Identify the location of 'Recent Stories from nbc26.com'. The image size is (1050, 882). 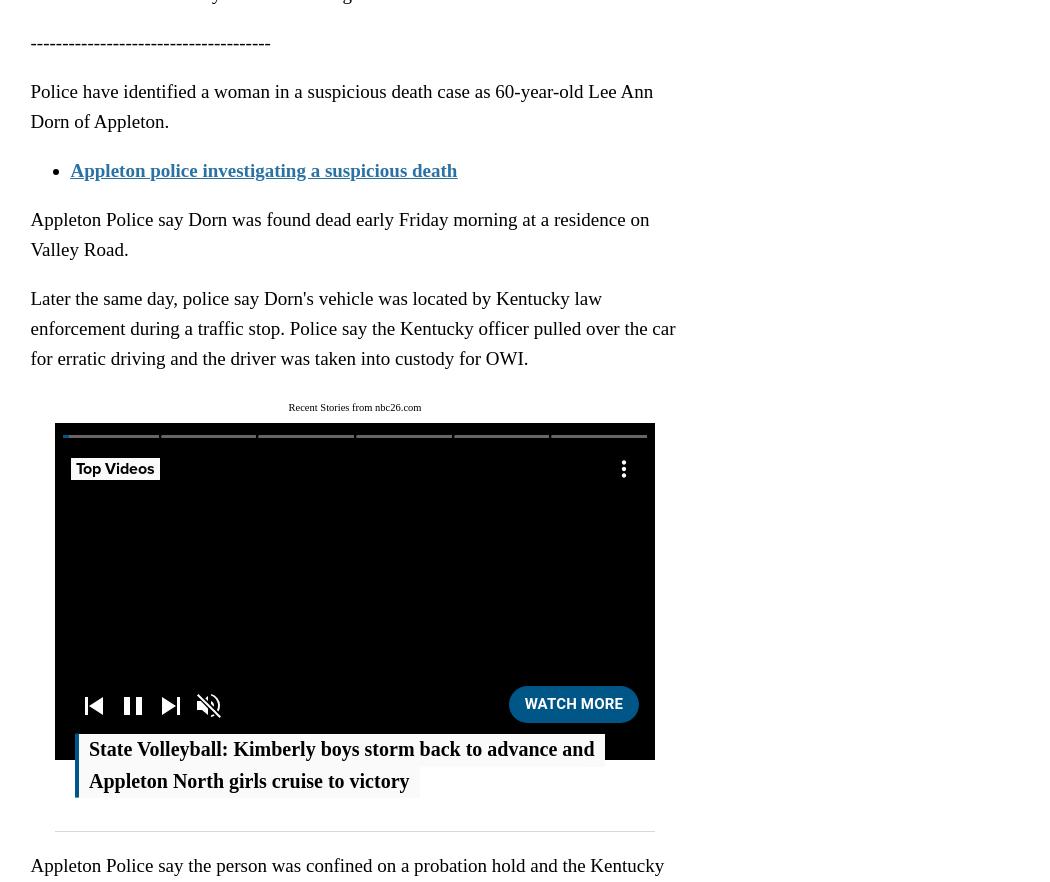
(353, 406).